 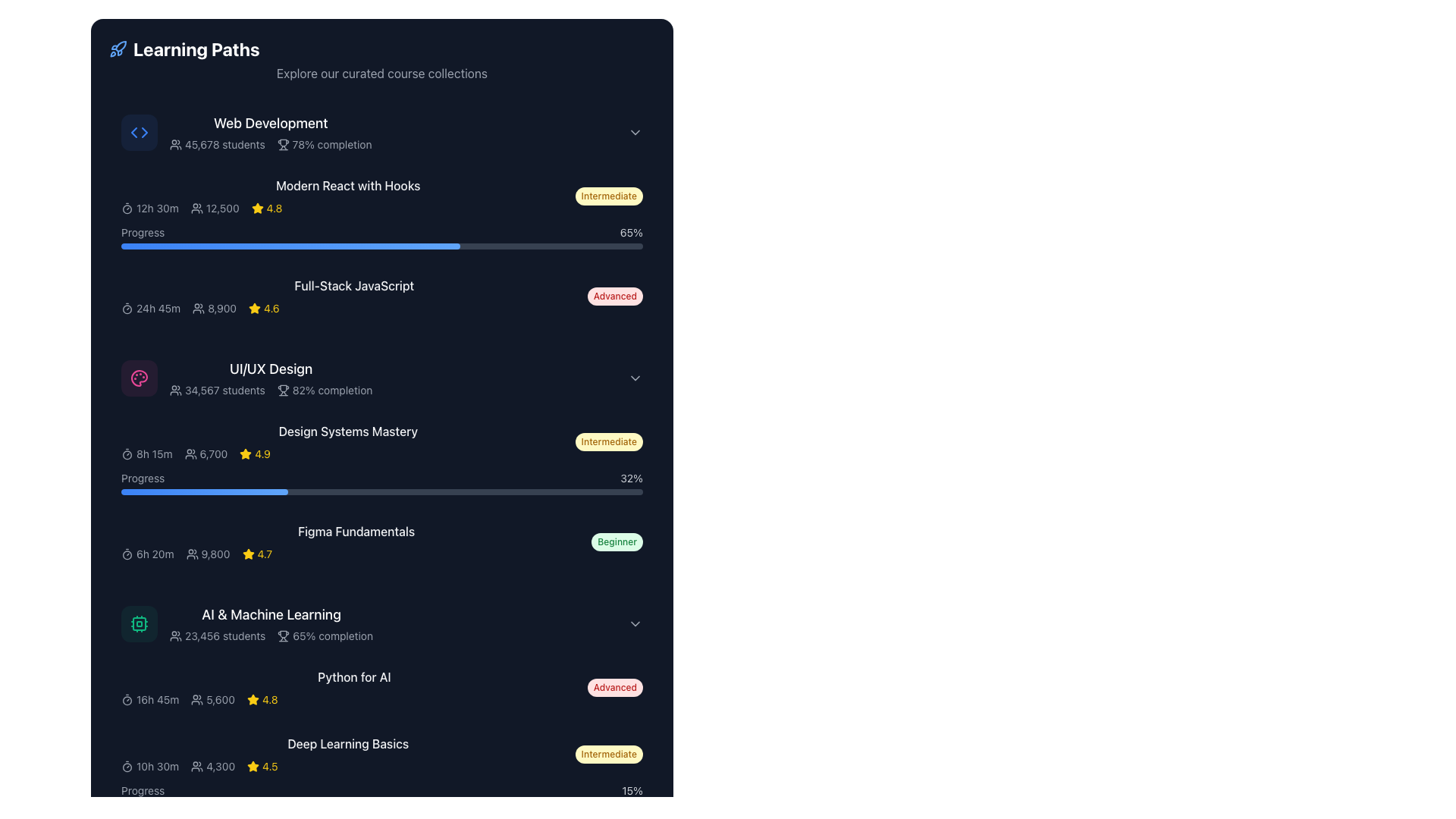 What do you see at coordinates (382, 541) in the screenshot?
I see `the Course overview card located in the learning paths interface, which provides metadata such as title, duration, rating, student count, and difficulty level` at bounding box center [382, 541].